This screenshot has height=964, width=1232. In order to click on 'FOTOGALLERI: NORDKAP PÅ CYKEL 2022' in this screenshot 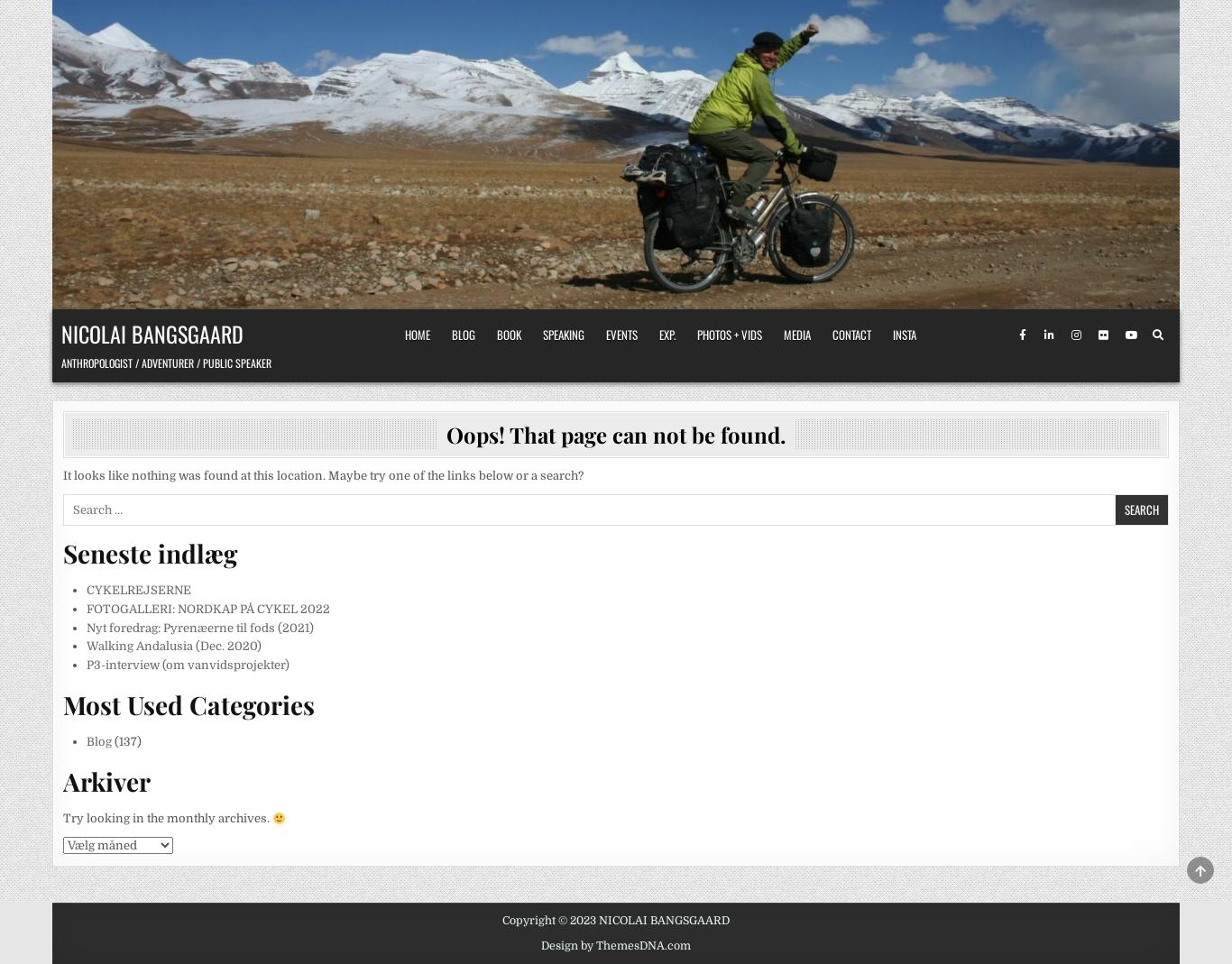, I will do `click(207, 607)`.